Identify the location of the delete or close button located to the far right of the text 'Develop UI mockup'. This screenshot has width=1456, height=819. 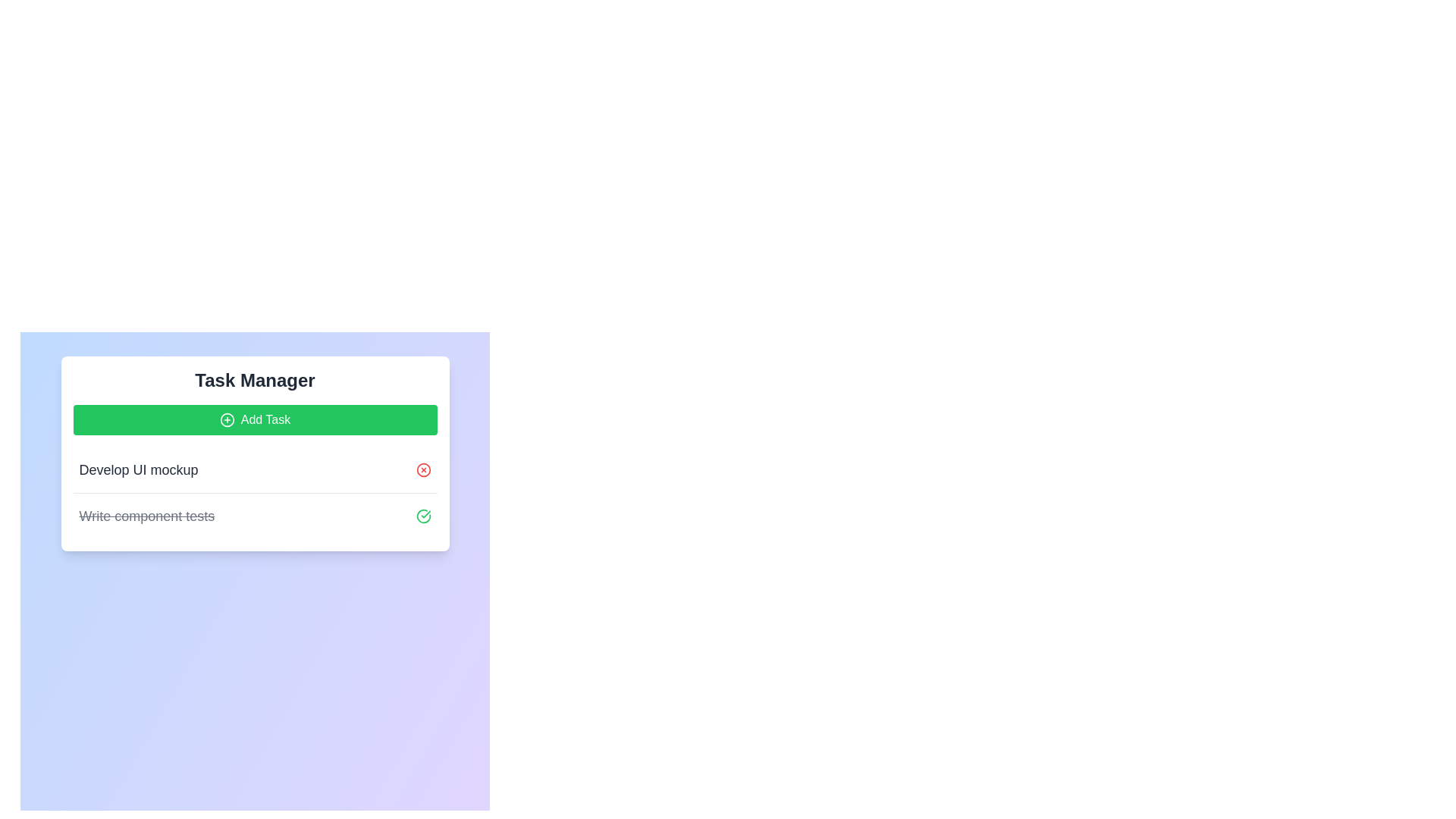
(423, 469).